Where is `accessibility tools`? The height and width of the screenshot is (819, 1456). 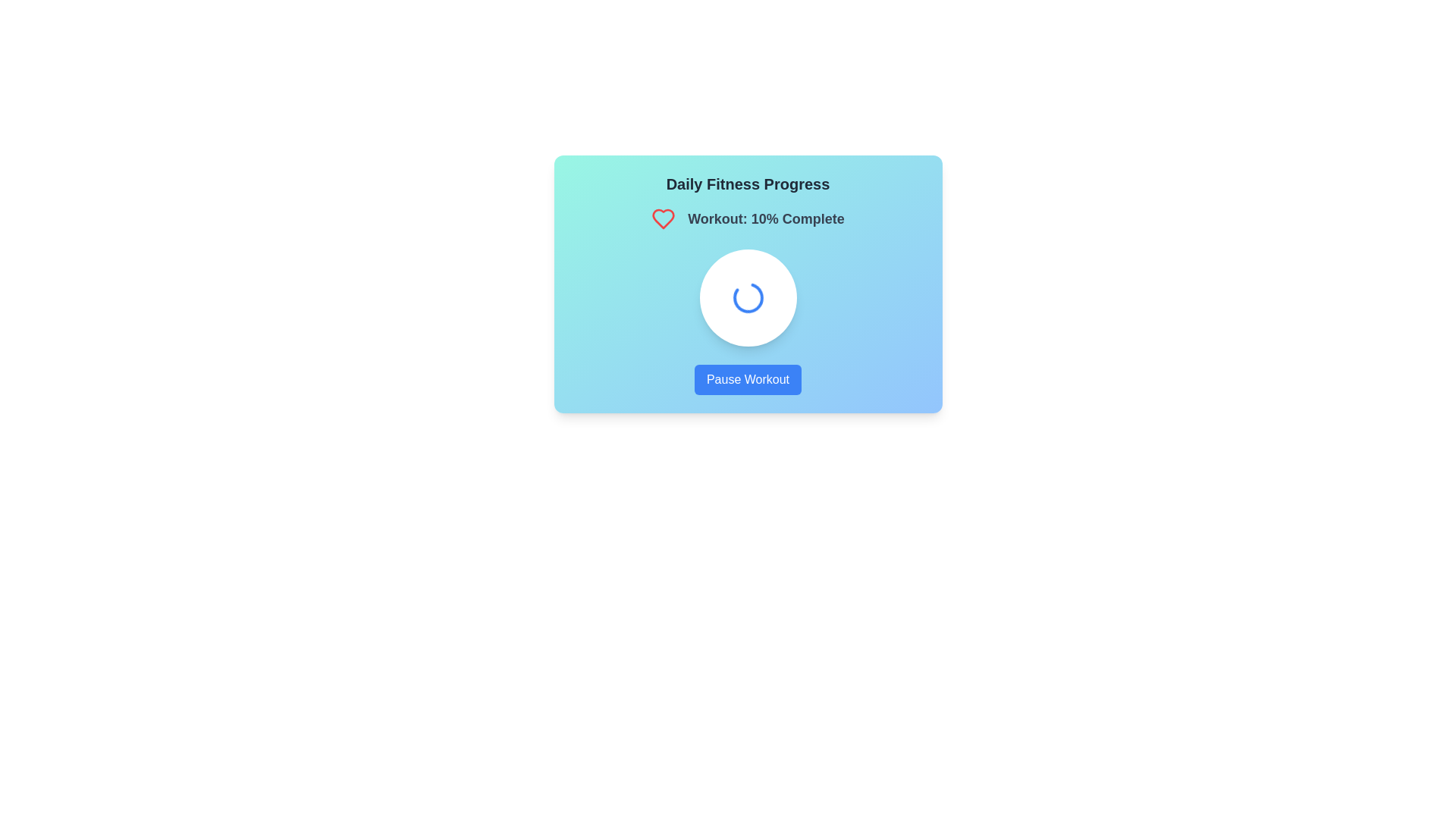 accessibility tools is located at coordinates (766, 219).